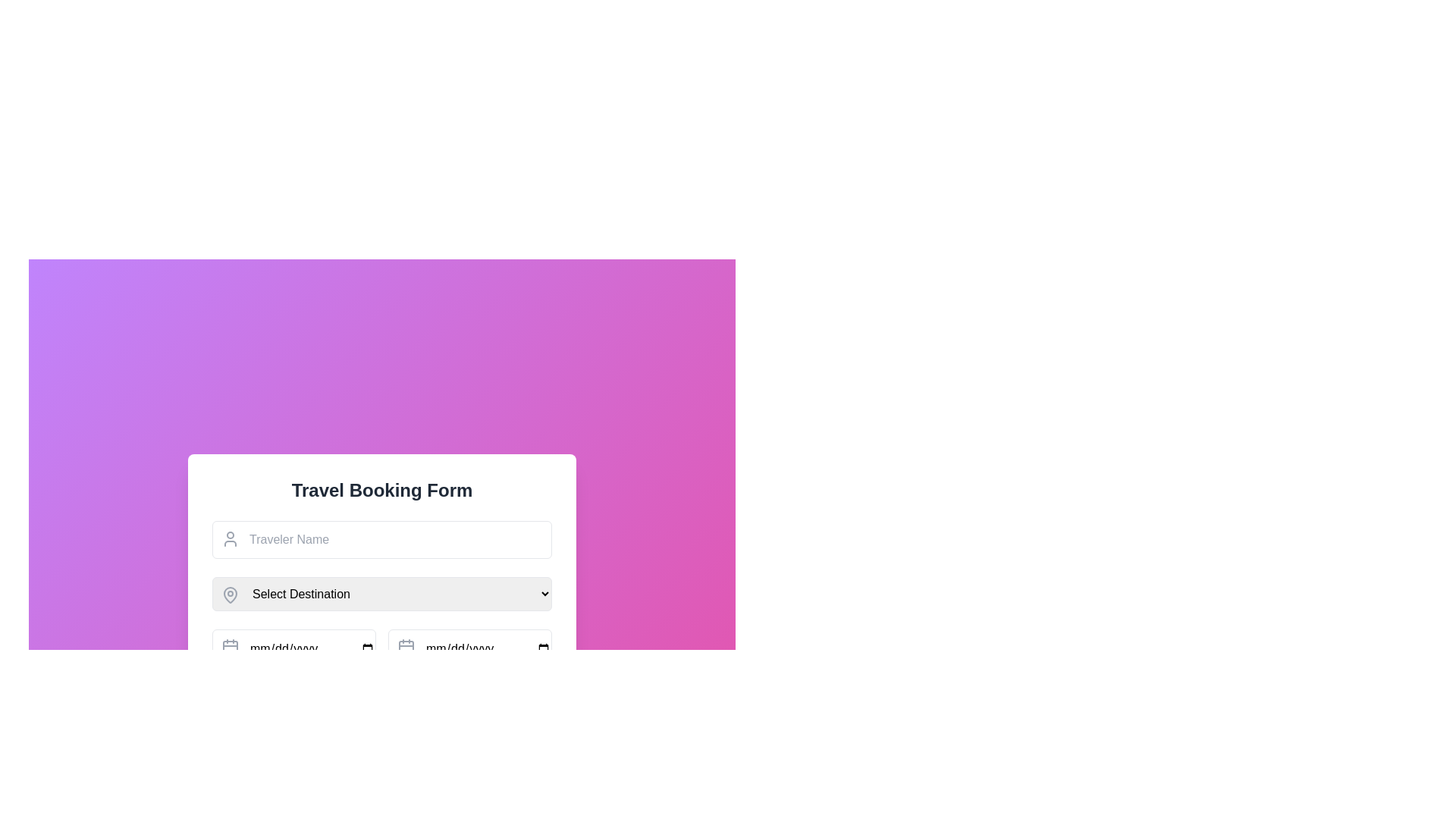 This screenshot has width=1456, height=819. What do you see at coordinates (469, 648) in the screenshot?
I see `the Date picker input field for selecting an end date in the travel booking form` at bounding box center [469, 648].